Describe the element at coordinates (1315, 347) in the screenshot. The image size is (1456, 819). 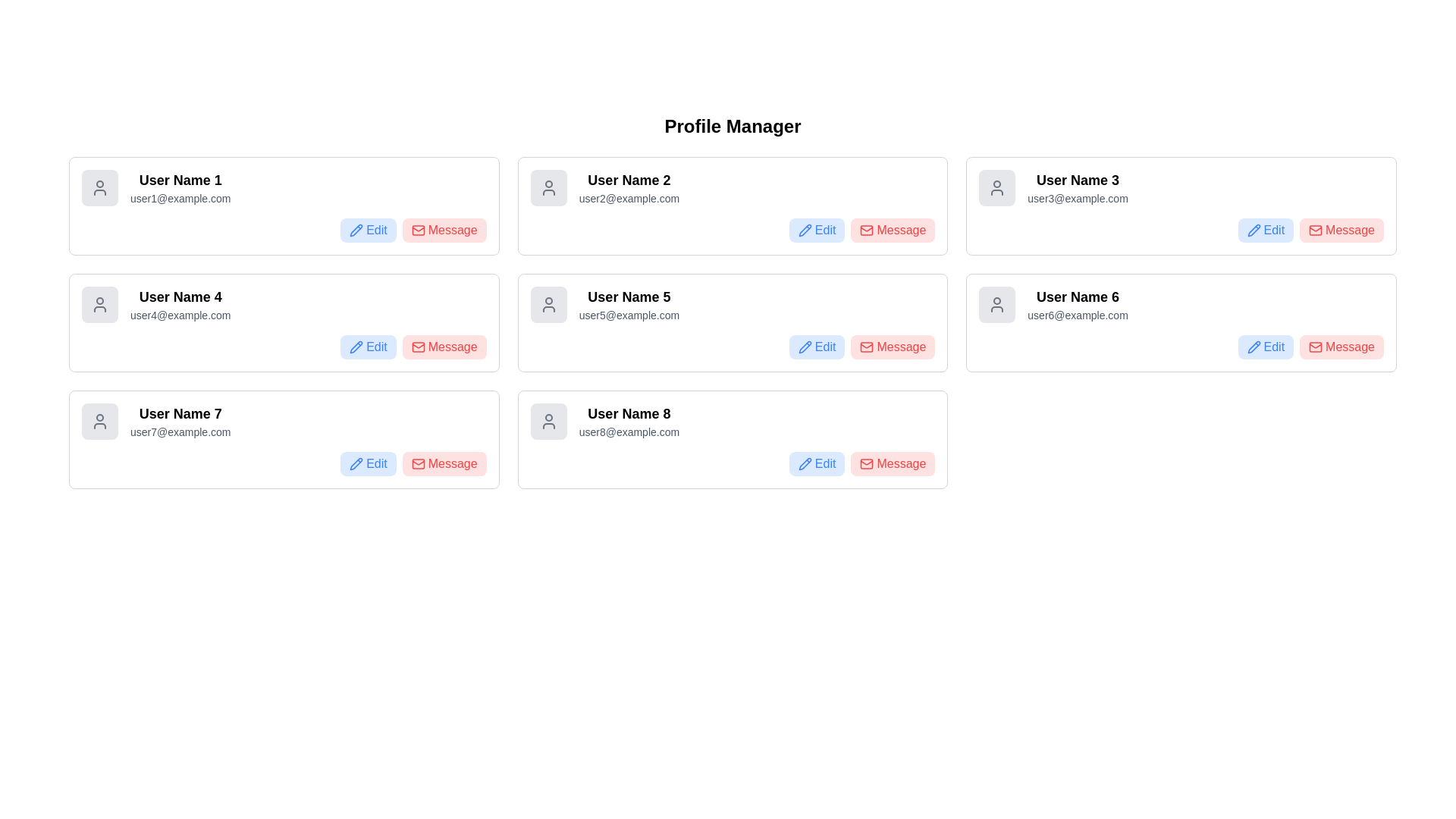
I see `the email envelope icon within the SVG that is part of the 'Message' button located at the bottom-right of the user information card` at that location.